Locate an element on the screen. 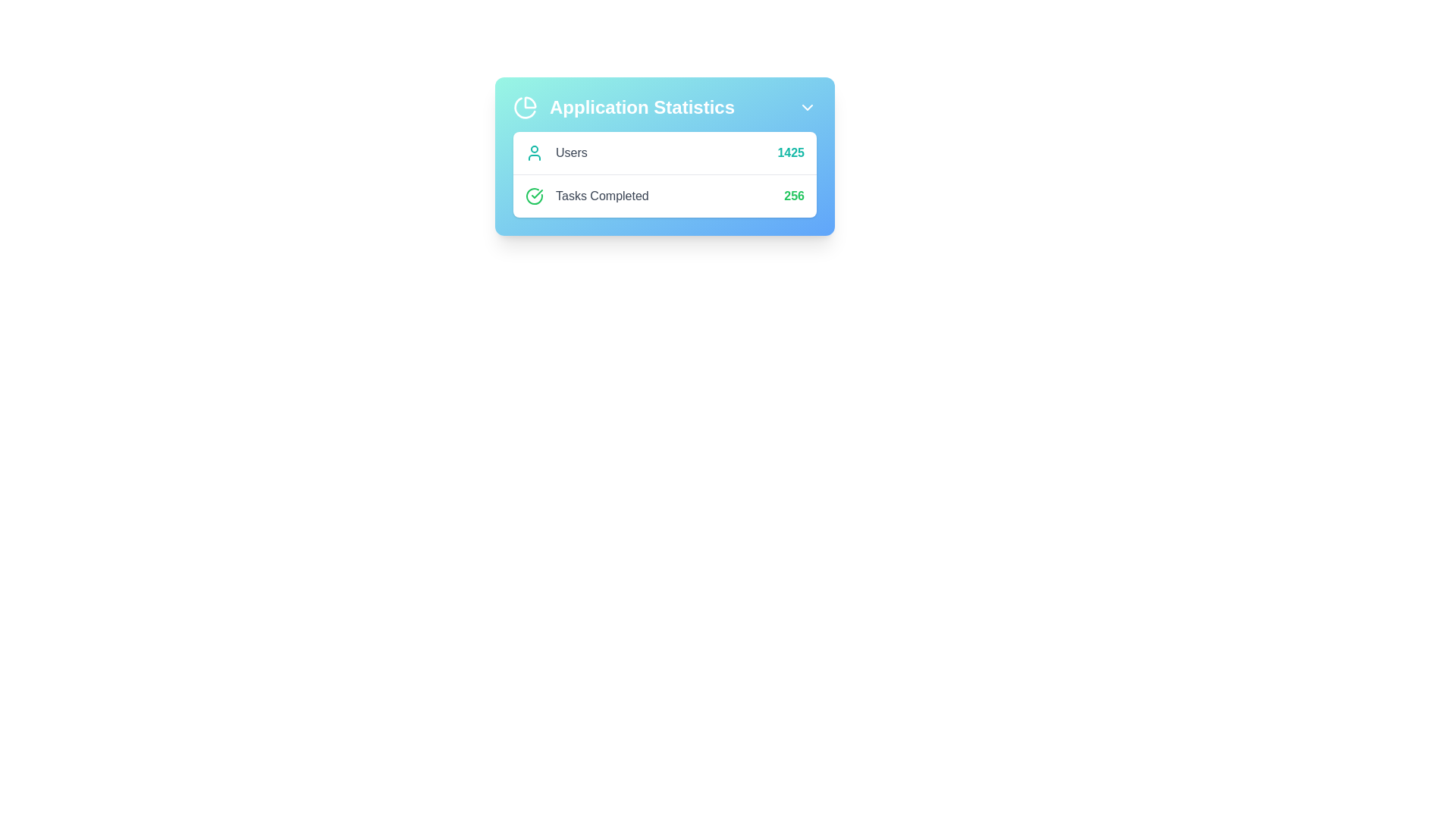 The image size is (1456, 819). numeric value displayed in the bold green text label showing '256', which is positioned at the end of the row labeled 'Tasks Completed' is located at coordinates (793, 195).